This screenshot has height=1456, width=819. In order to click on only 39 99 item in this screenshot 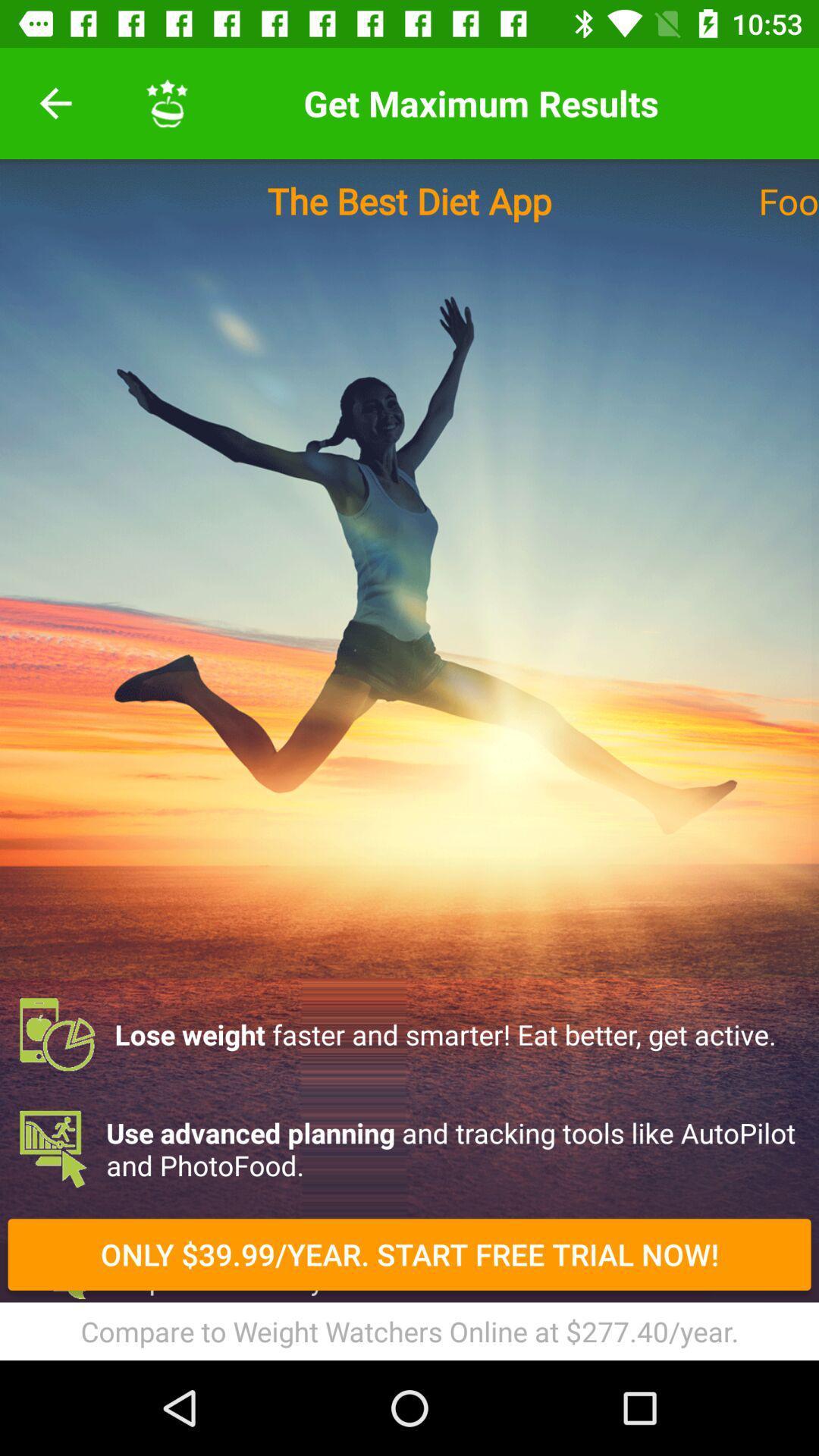, I will do `click(409, 1254)`.